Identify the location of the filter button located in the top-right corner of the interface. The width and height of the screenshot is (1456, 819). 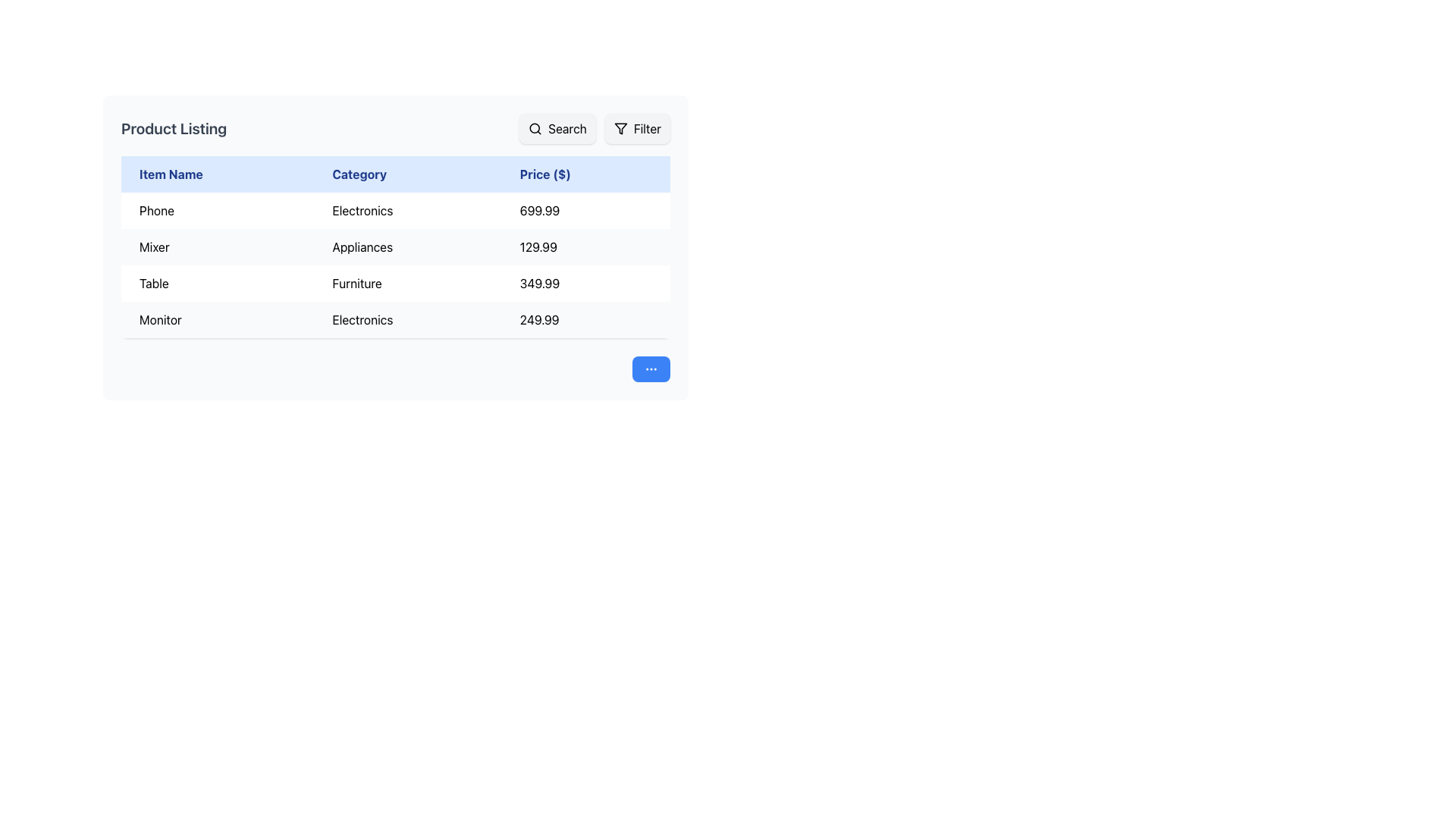
(637, 127).